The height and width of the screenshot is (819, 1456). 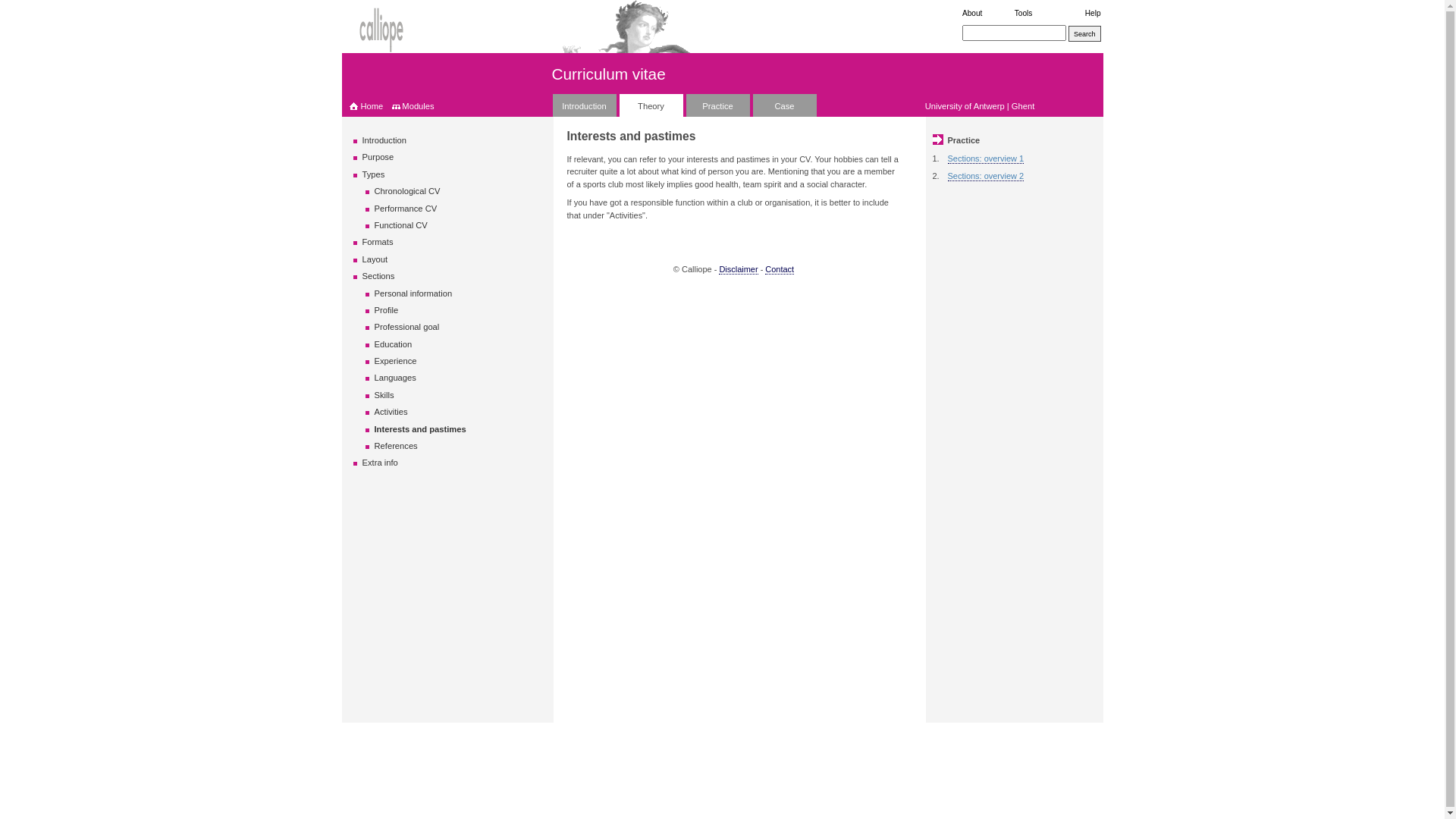 What do you see at coordinates (420, 429) in the screenshot?
I see `'Interests and pastimes'` at bounding box center [420, 429].